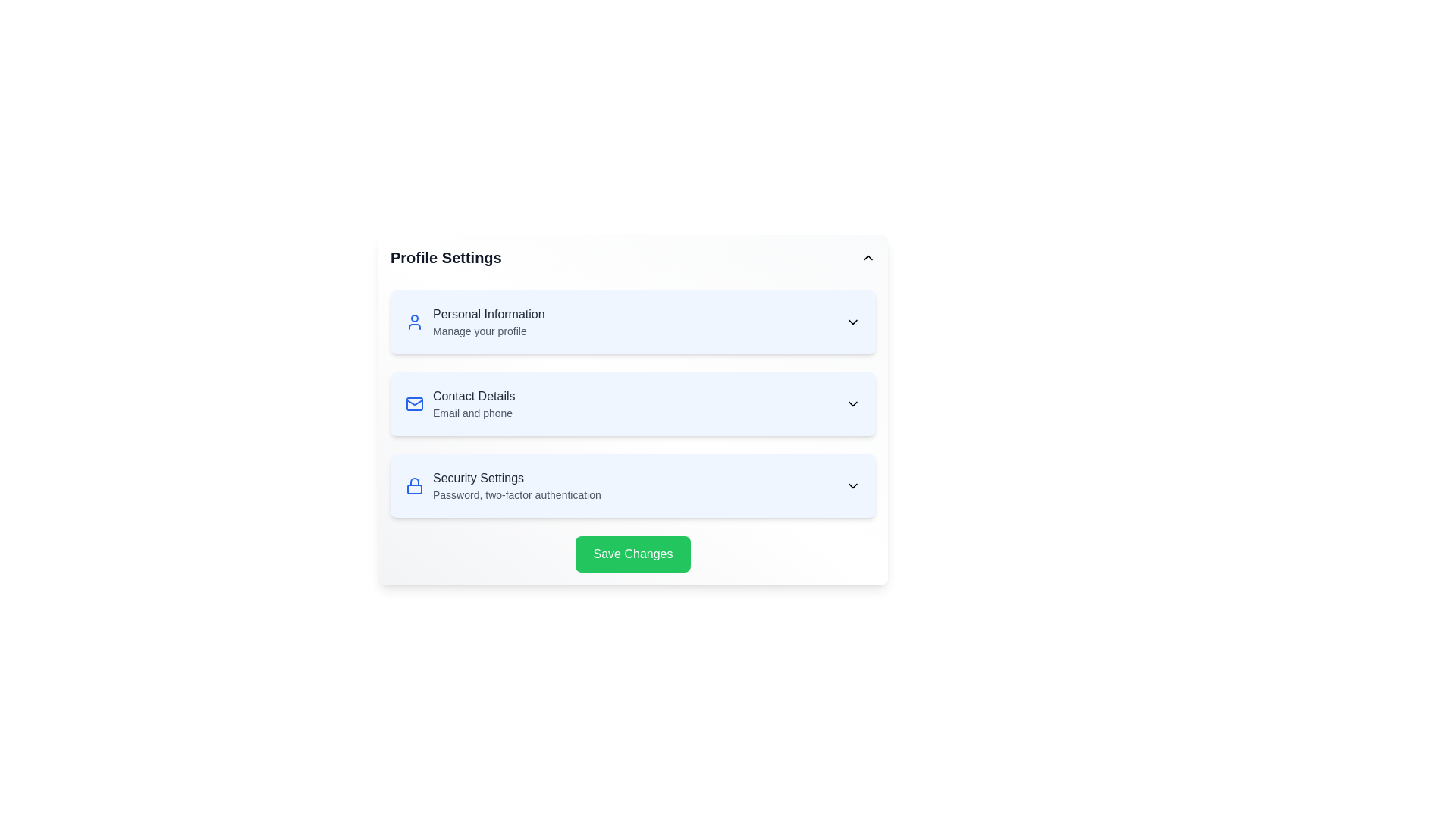 This screenshot has width=1456, height=819. What do you see at coordinates (415, 482) in the screenshot?
I see `upper arc of the lock symbol styled with a blue stroke located in the Security Settings section of the interface by using developer tools` at bounding box center [415, 482].